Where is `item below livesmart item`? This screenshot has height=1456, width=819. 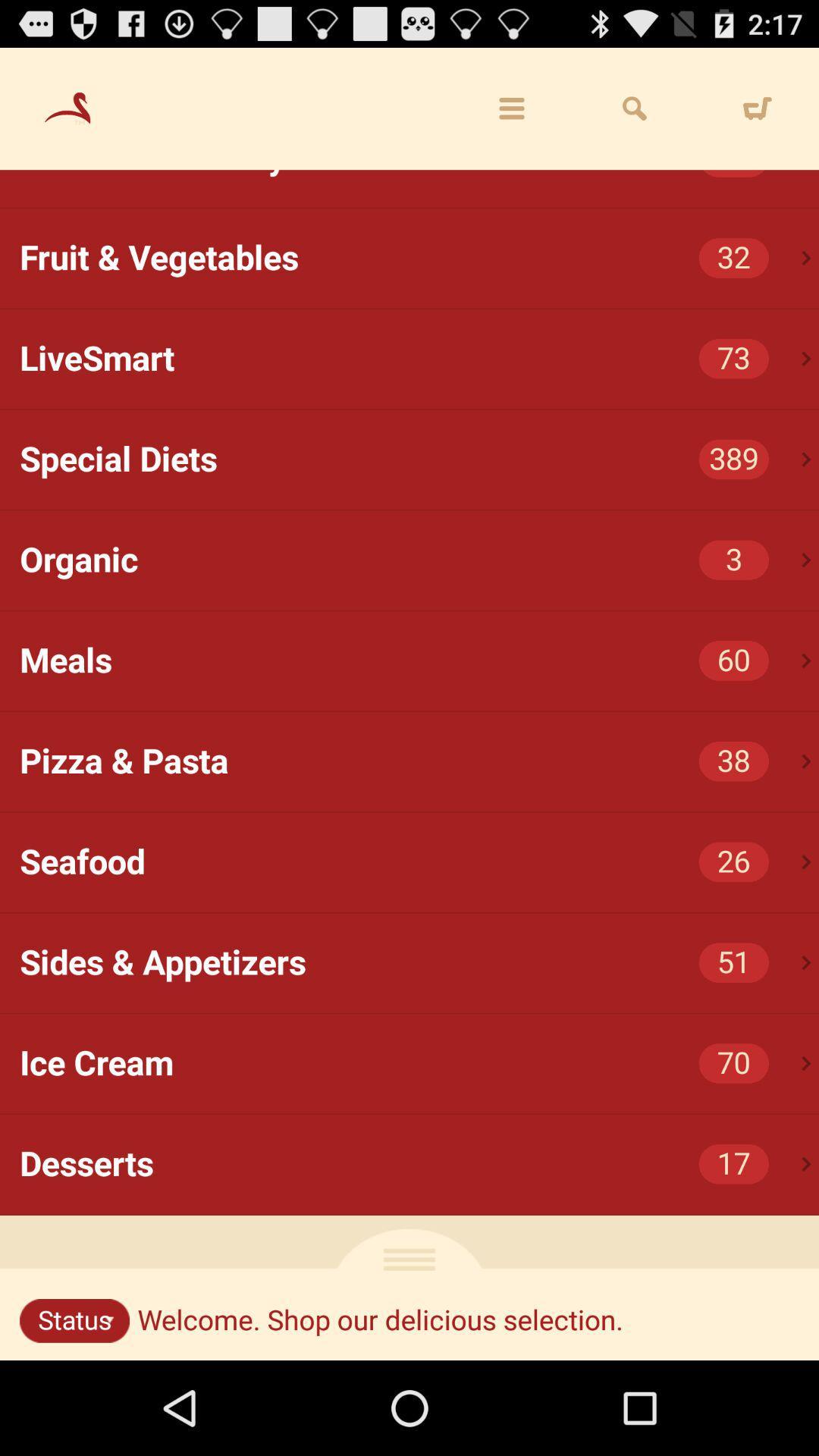
item below livesmart item is located at coordinates (733, 458).